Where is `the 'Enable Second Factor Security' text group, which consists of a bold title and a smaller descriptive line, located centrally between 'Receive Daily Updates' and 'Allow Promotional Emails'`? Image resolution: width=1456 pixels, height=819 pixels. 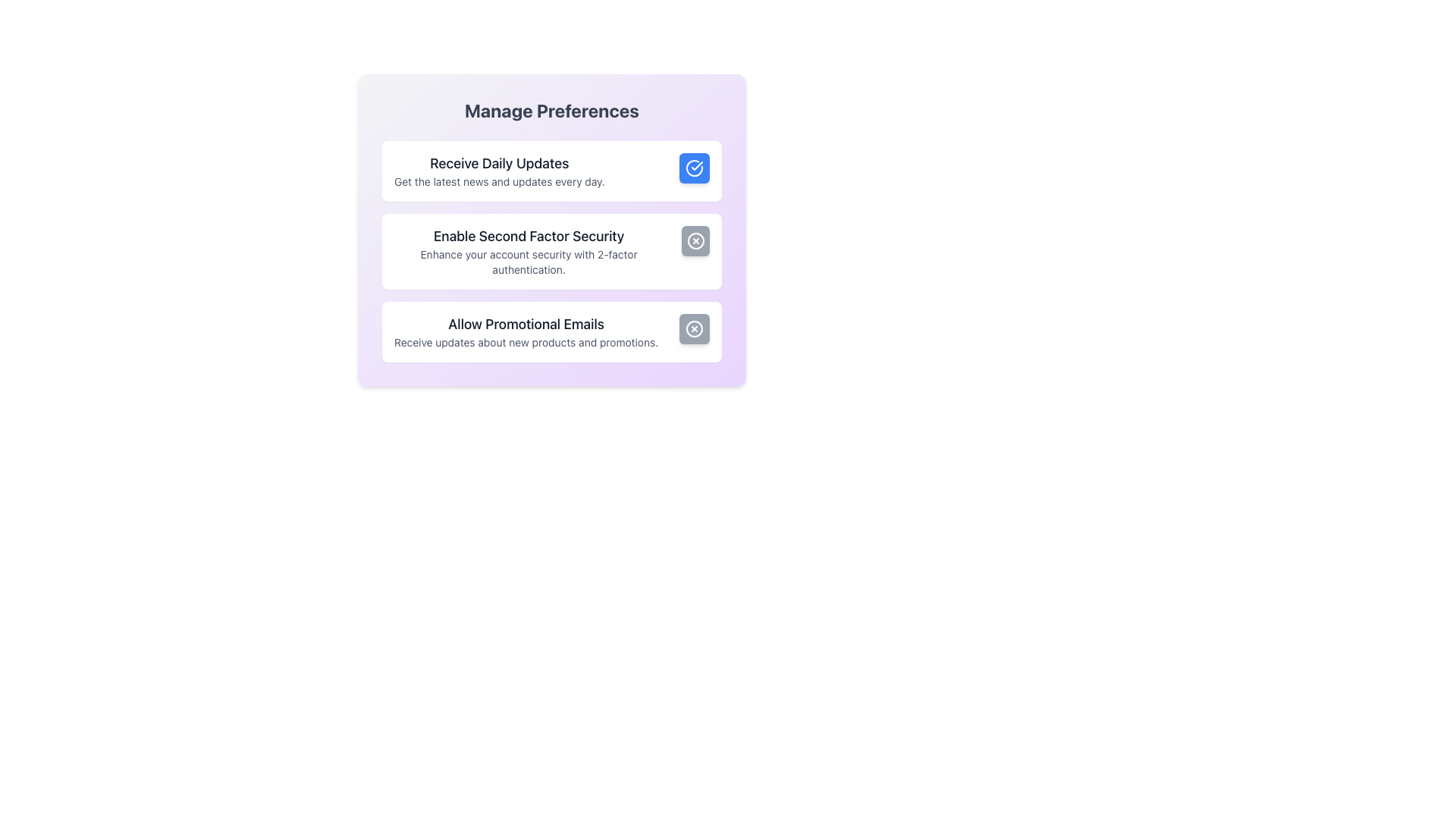
the 'Enable Second Factor Security' text group, which consists of a bold title and a smaller descriptive line, located centrally between 'Receive Daily Updates' and 'Allow Promotional Emails' is located at coordinates (529, 250).